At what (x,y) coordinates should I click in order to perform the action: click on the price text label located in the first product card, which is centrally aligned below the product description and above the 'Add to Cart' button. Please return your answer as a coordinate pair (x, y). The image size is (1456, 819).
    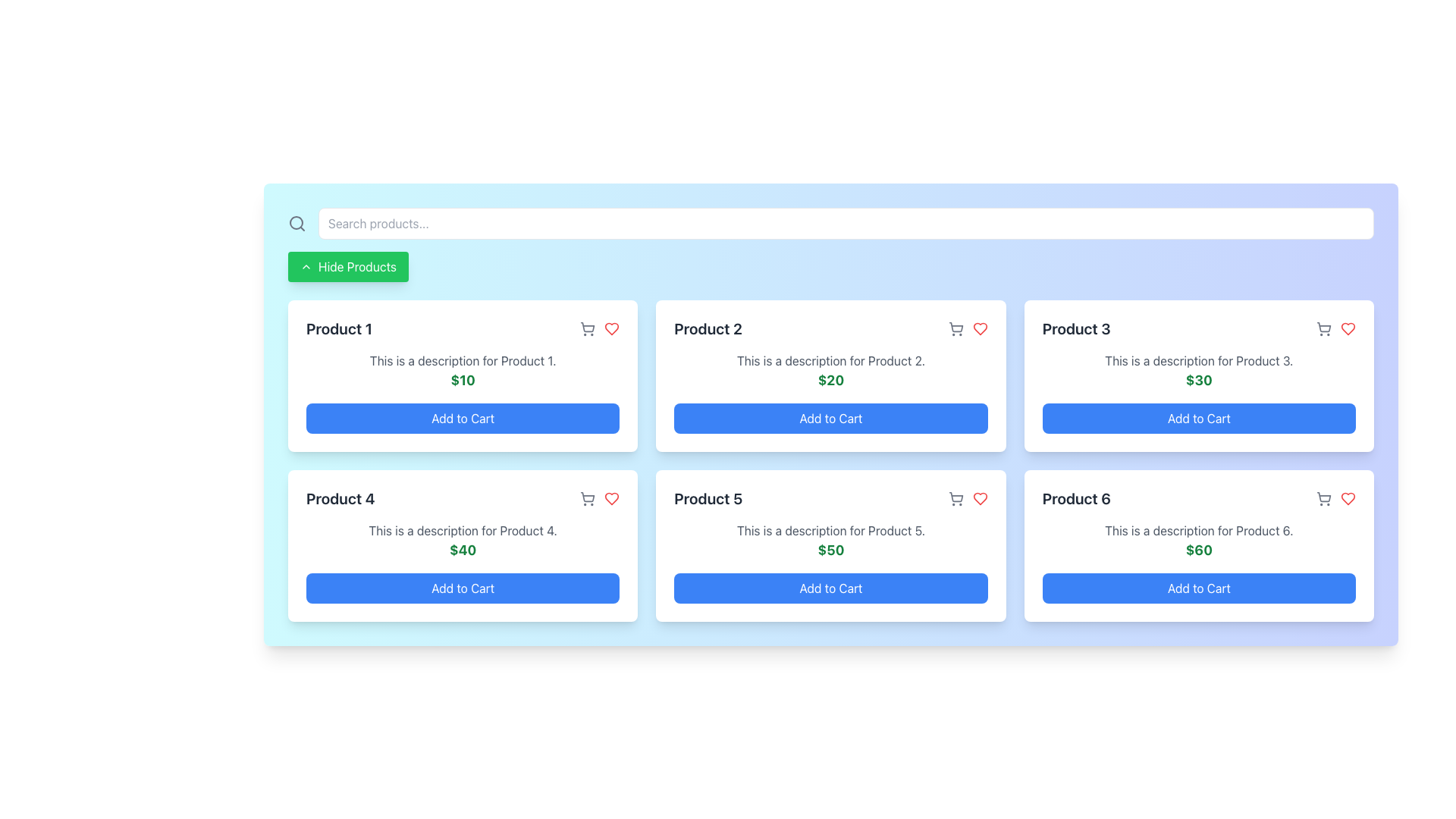
    Looking at the image, I should click on (462, 379).